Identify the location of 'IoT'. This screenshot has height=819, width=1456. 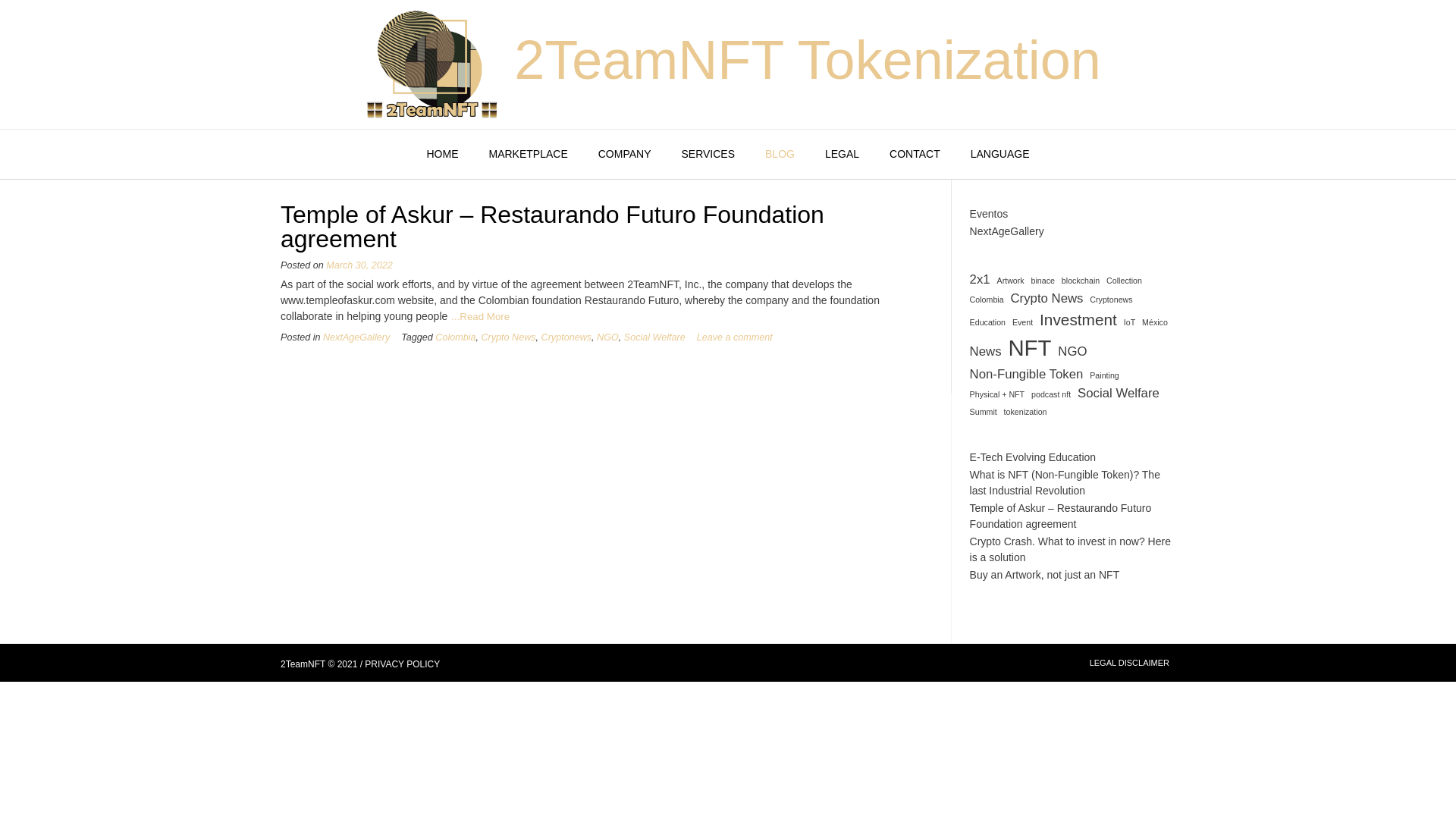
(1129, 321).